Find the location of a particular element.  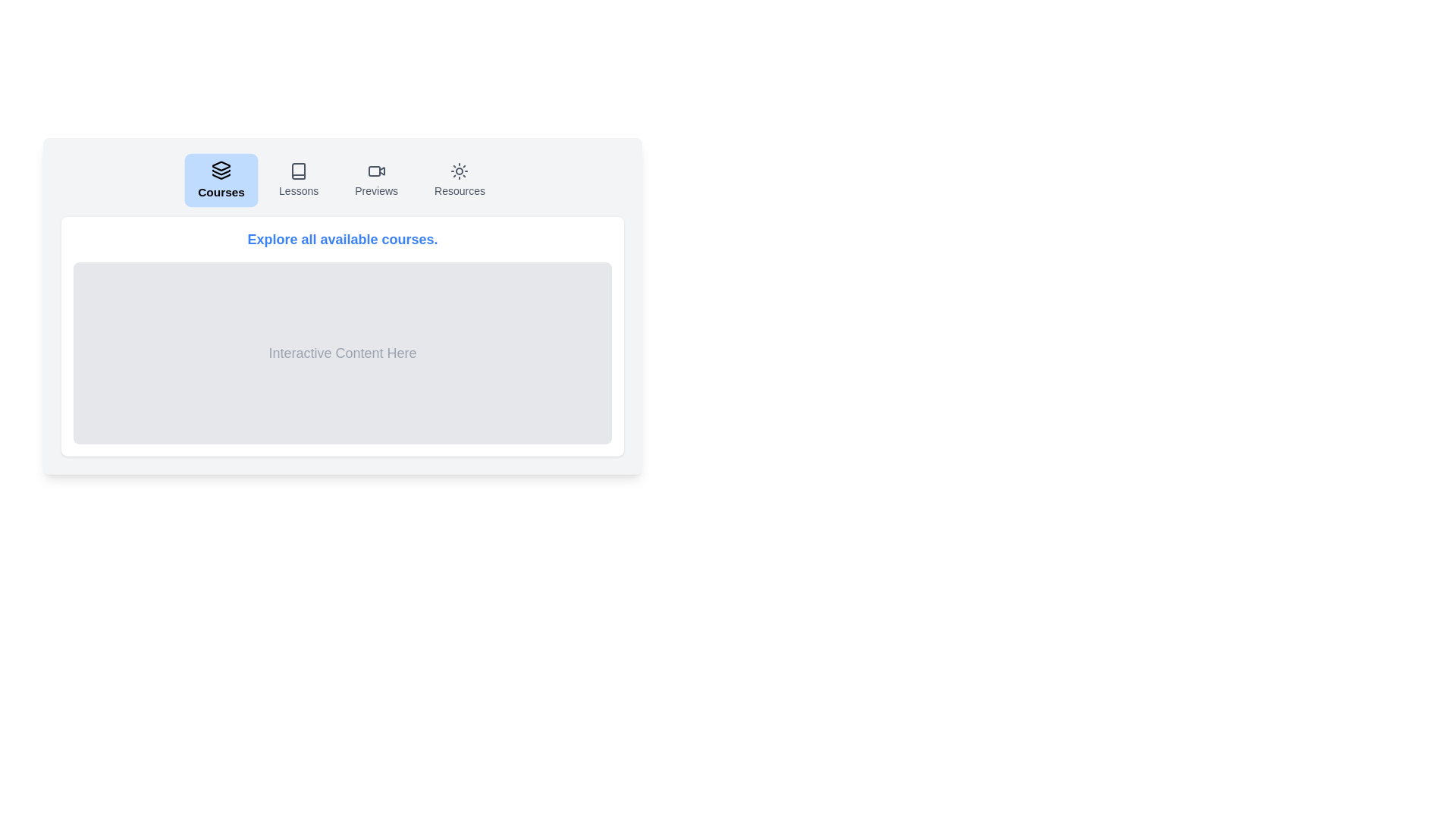

the Previews tab by clicking on its button is located at coordinates (377, 180).